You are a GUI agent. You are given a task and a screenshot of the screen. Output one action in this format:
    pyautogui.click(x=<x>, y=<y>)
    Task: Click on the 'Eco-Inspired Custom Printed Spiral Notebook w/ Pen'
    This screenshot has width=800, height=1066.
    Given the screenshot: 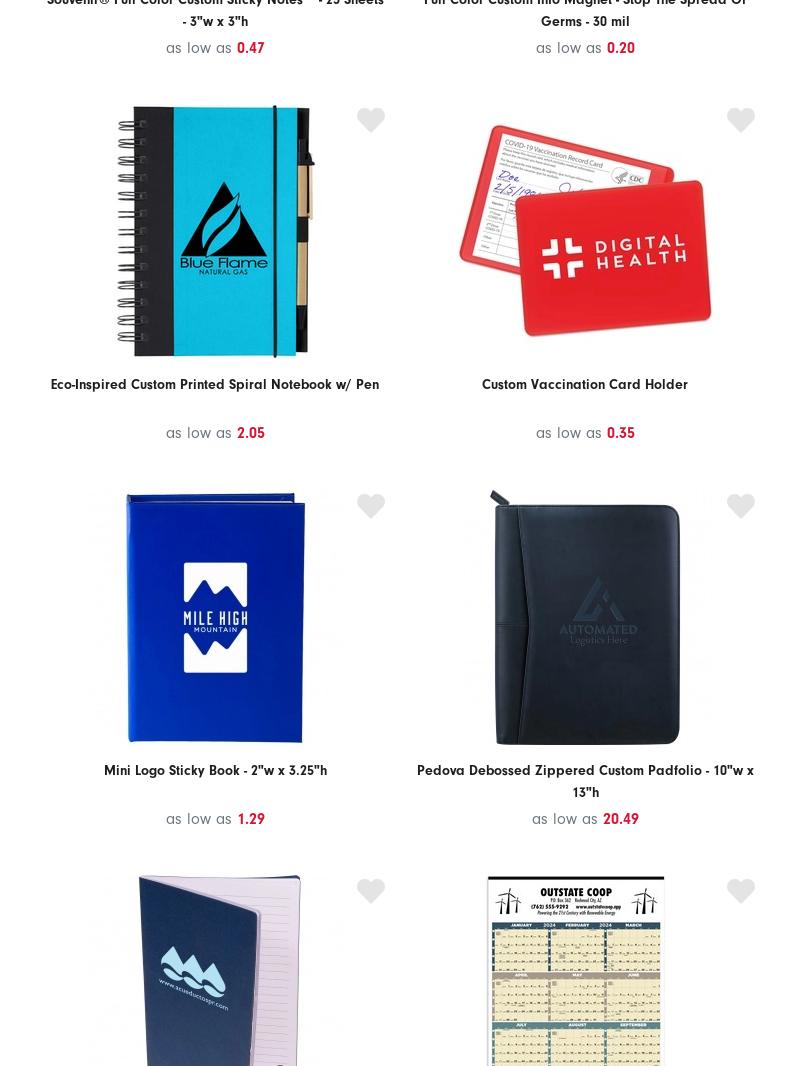 What is the action you would take?
    pyautogui.click(x=50, y=384)
    